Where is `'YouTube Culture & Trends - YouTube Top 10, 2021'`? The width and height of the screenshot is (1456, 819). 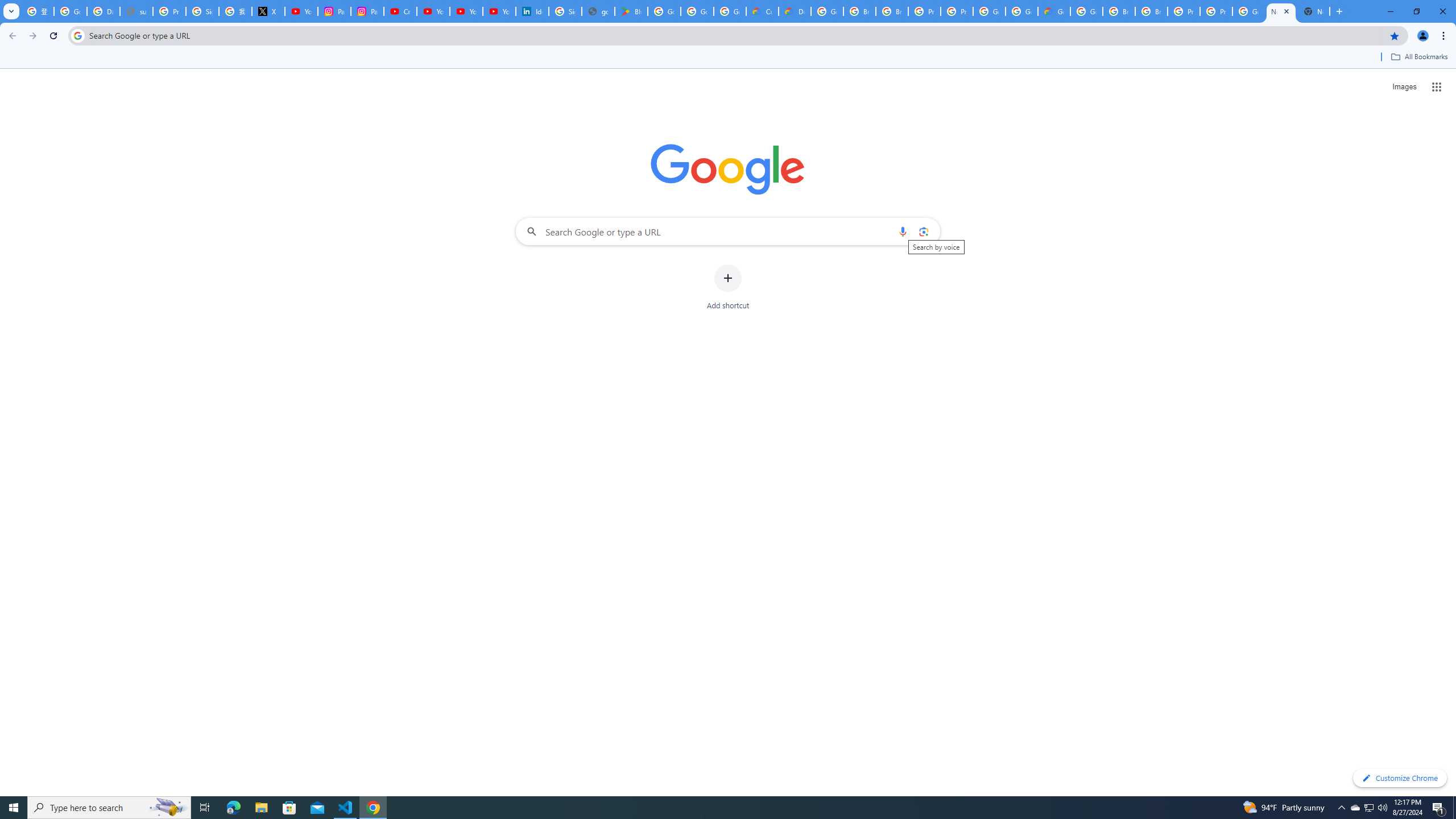 'YouTube Culture & Trends - YouTube Top 10, 2021' is located at coordinates (499, 11).